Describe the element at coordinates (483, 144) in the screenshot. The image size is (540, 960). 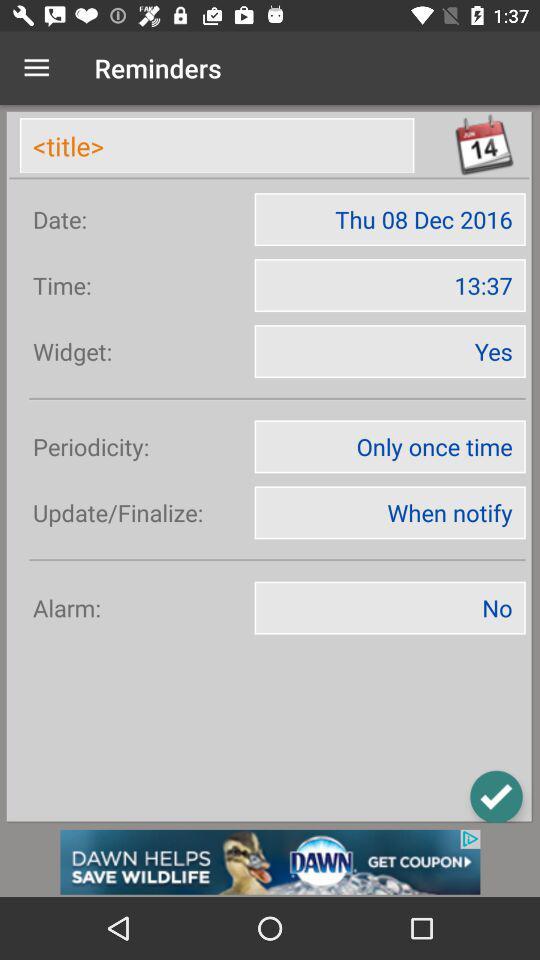
I see `the date_range icon` at that location.